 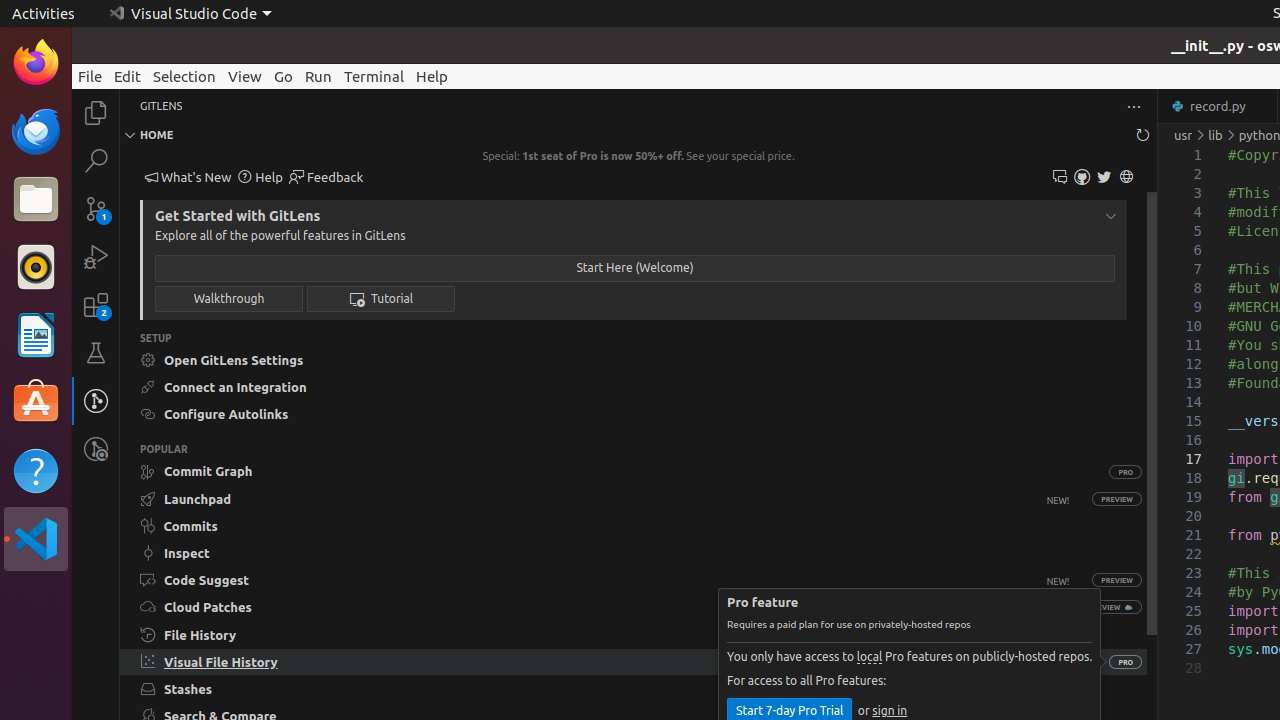 What do you see at coordinates (374, 75) in the screenshot?
I see `'Terminal'` at bounding box center [374, 75].